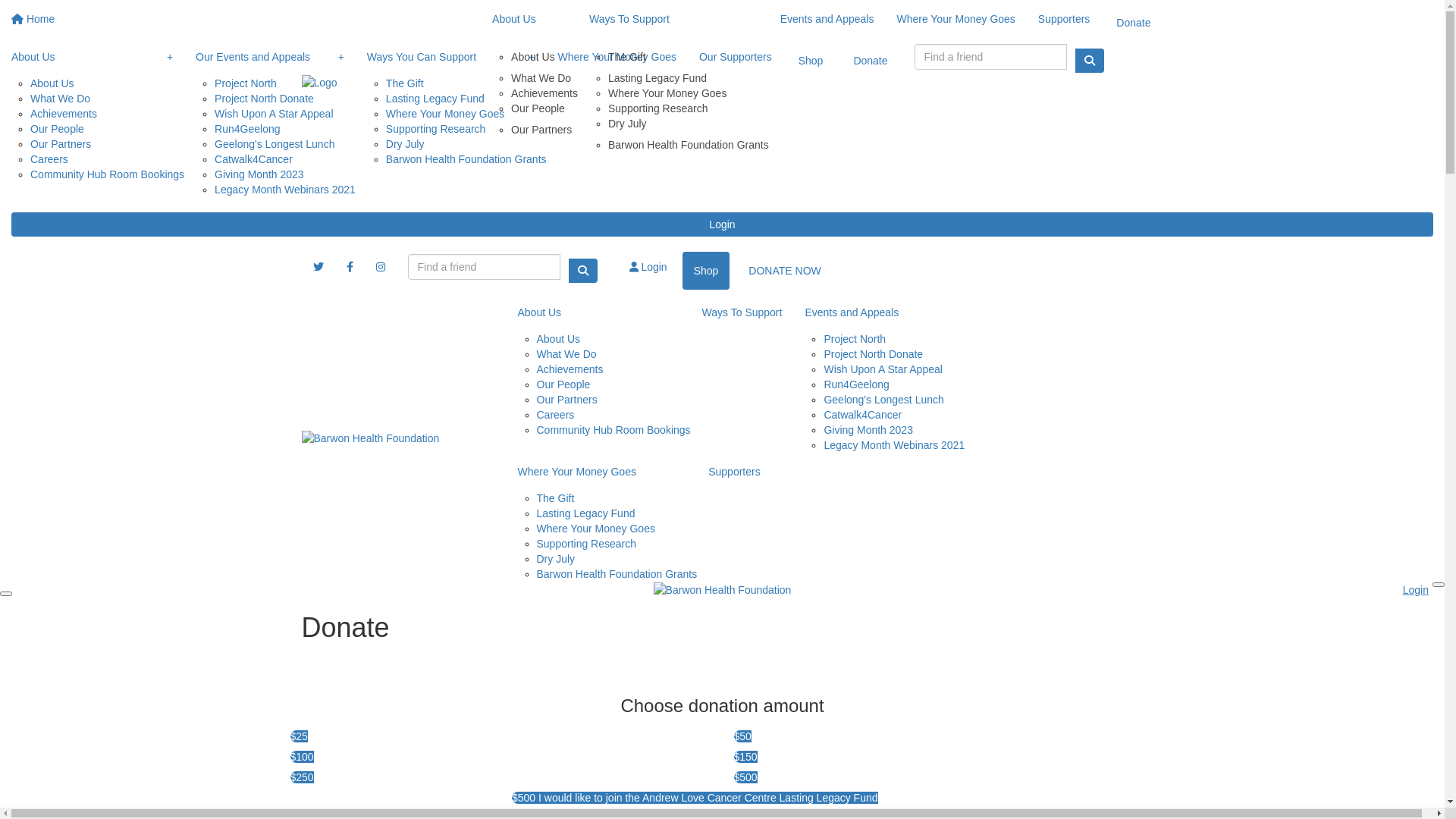 This screenshot has height=819, width=1456. Describe the element at coordinates (57, 127) in the screenshot. I see `'Our People'` at that location.